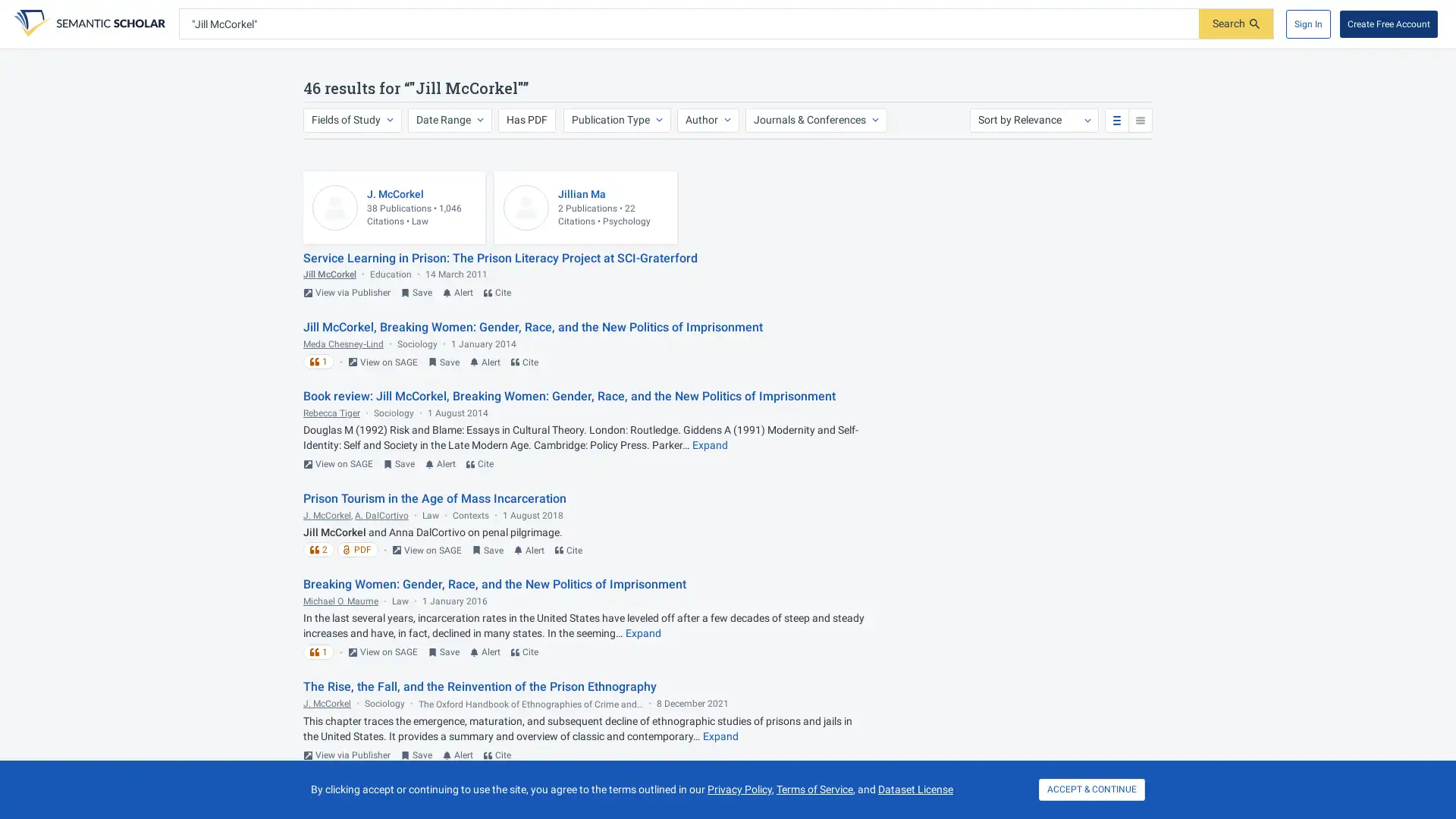 This screenshot has width=1456, height=819. Describe the element at coordinates (443, 362) in the screenshot. I see `Save to Library` at that location.